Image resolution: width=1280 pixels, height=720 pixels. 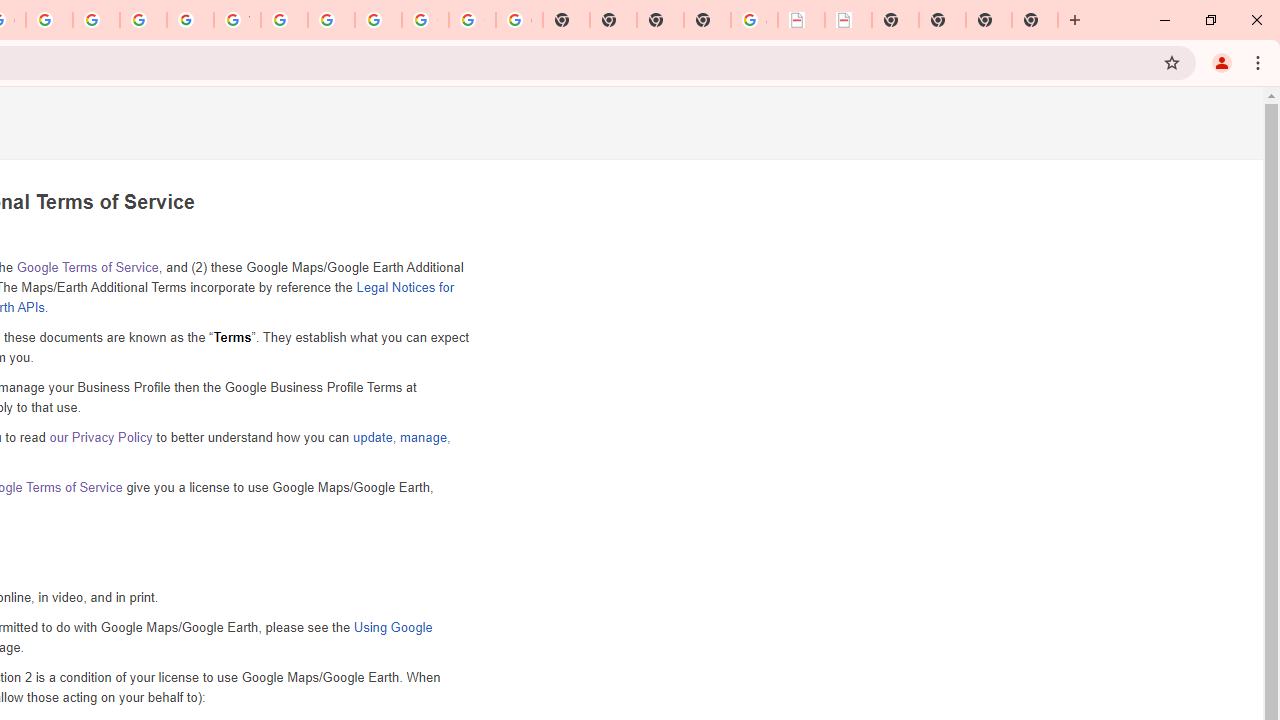 I want to click on 'our Privacy Policy', so click(x=100, y=436).